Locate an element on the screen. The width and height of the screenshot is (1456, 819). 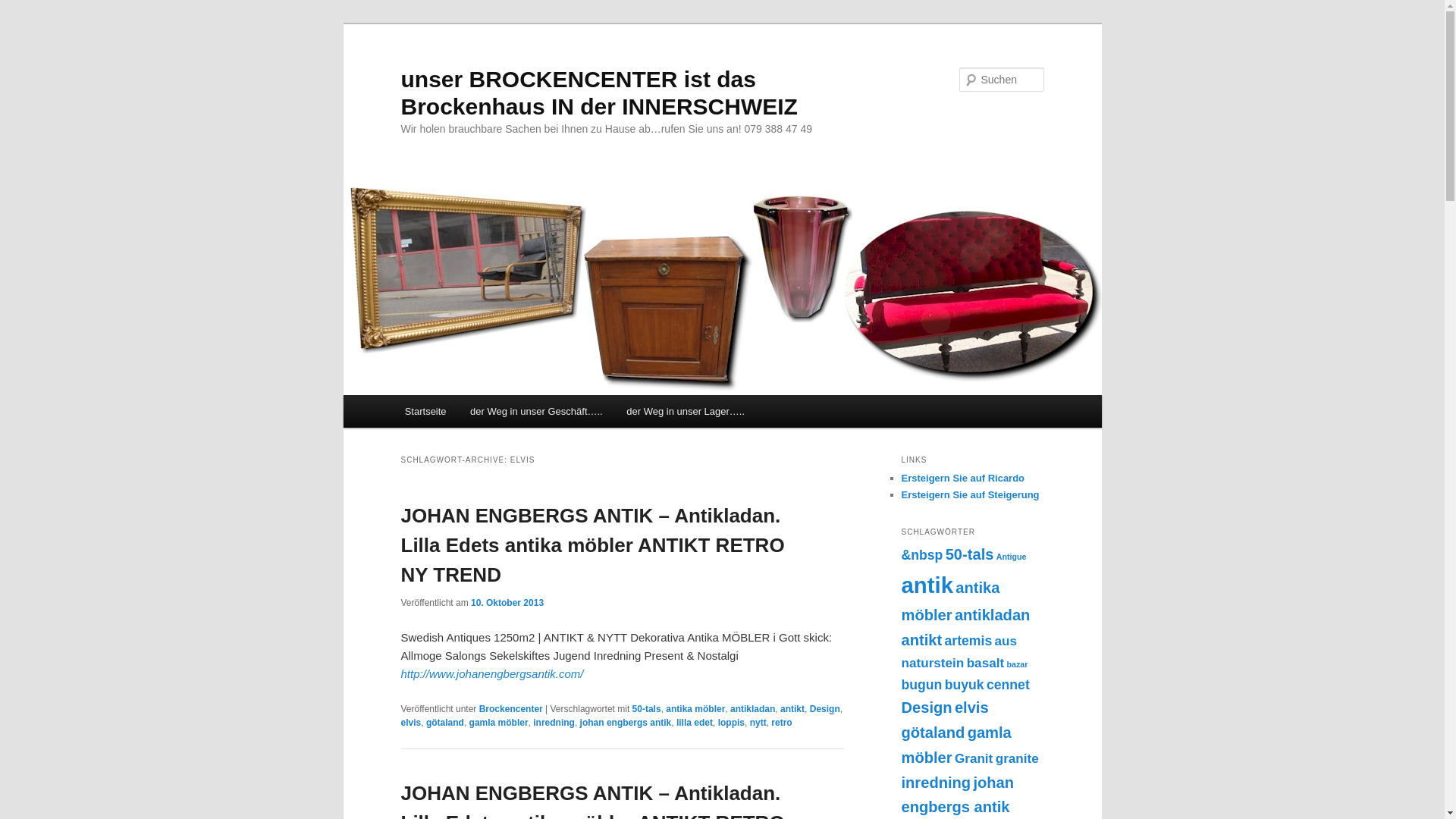
'nytt' is located at coordinates (758, 721).